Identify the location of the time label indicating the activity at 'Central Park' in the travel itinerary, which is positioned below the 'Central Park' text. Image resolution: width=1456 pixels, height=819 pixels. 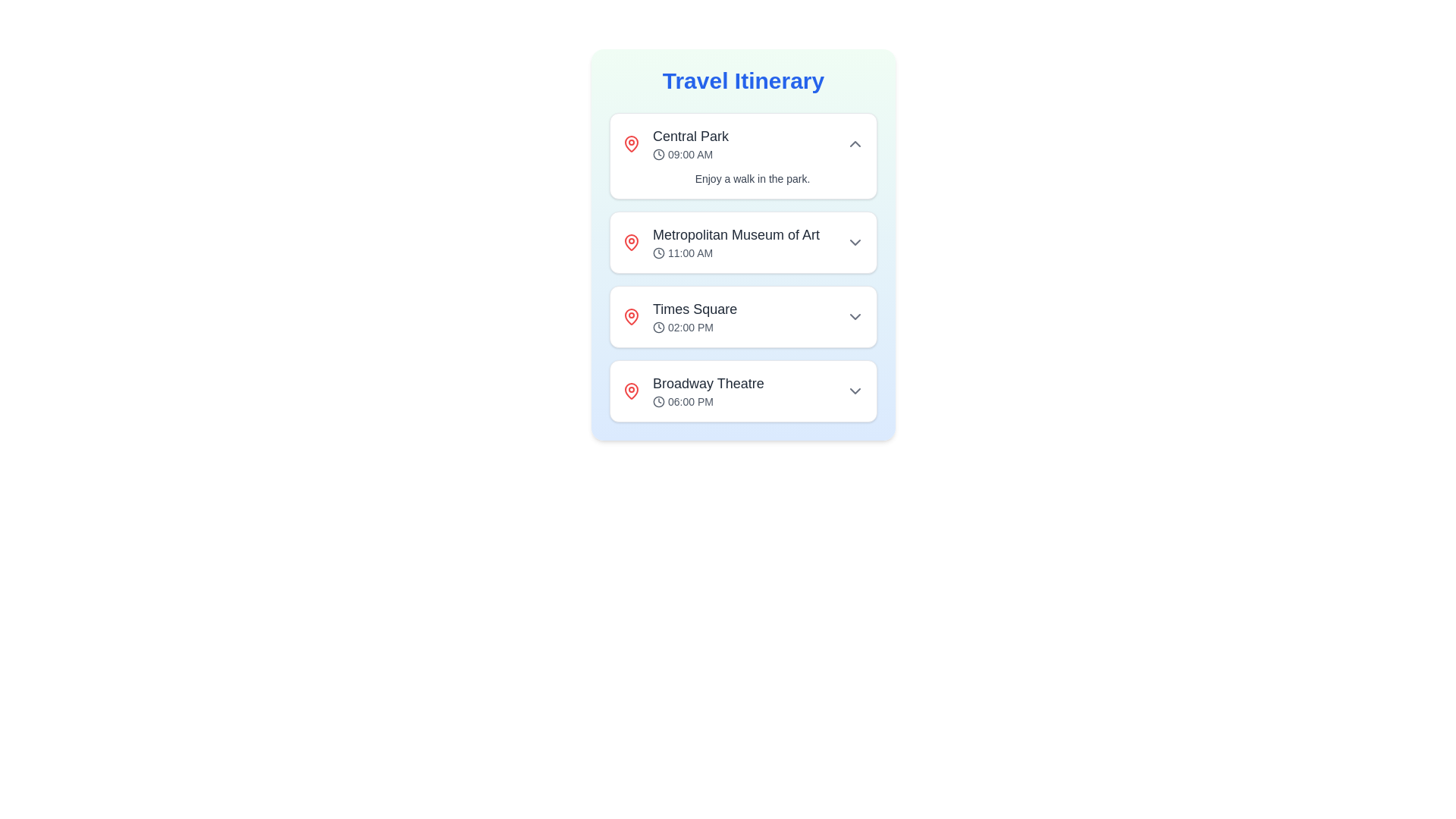
(690, 155).